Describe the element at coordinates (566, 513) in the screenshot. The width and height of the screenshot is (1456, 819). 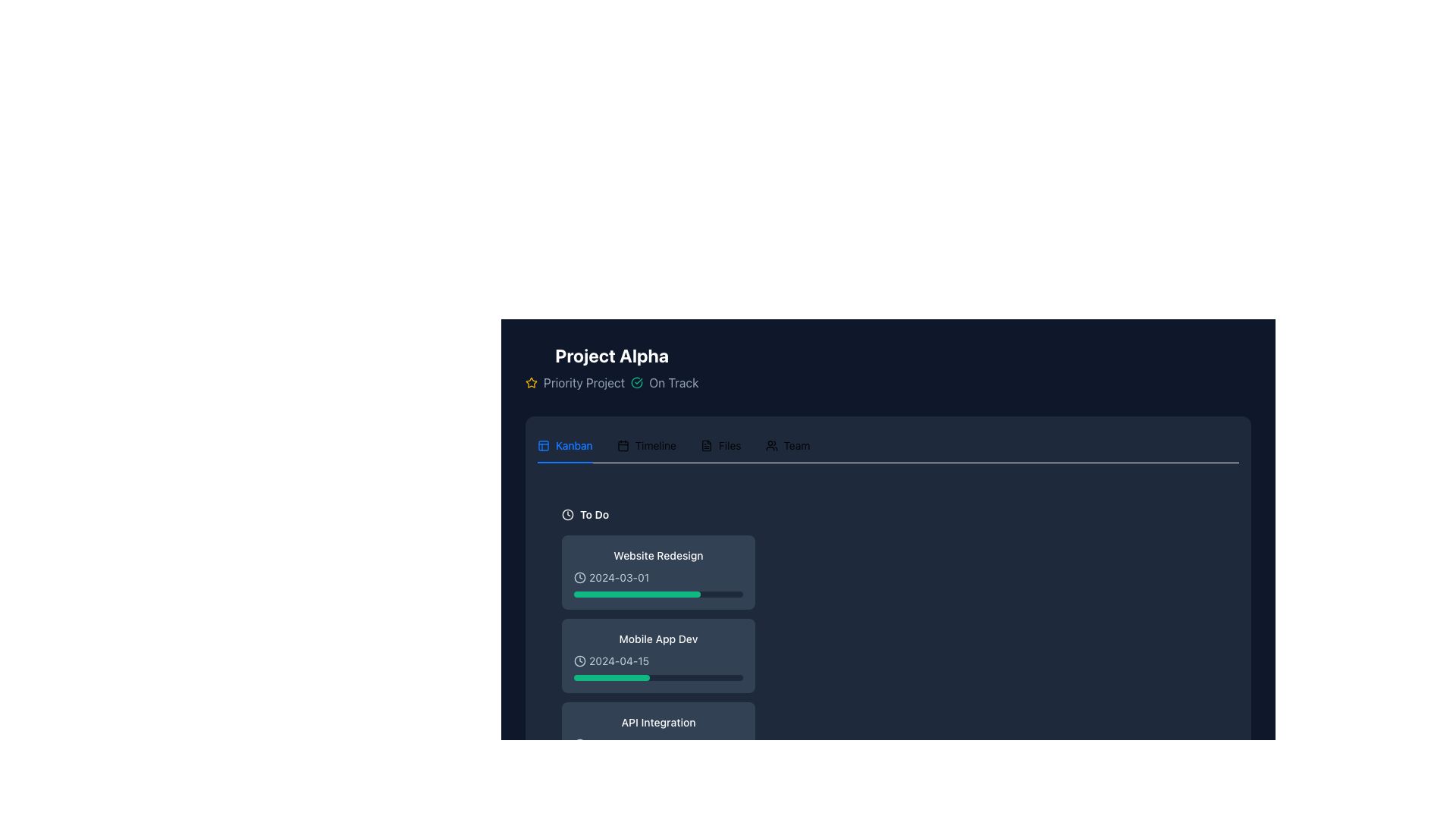
I see `the outer border of the clock icon represented by the Circle element within the SVG graphic, which is part of the 'lucide lucide-clock' class` at that location.